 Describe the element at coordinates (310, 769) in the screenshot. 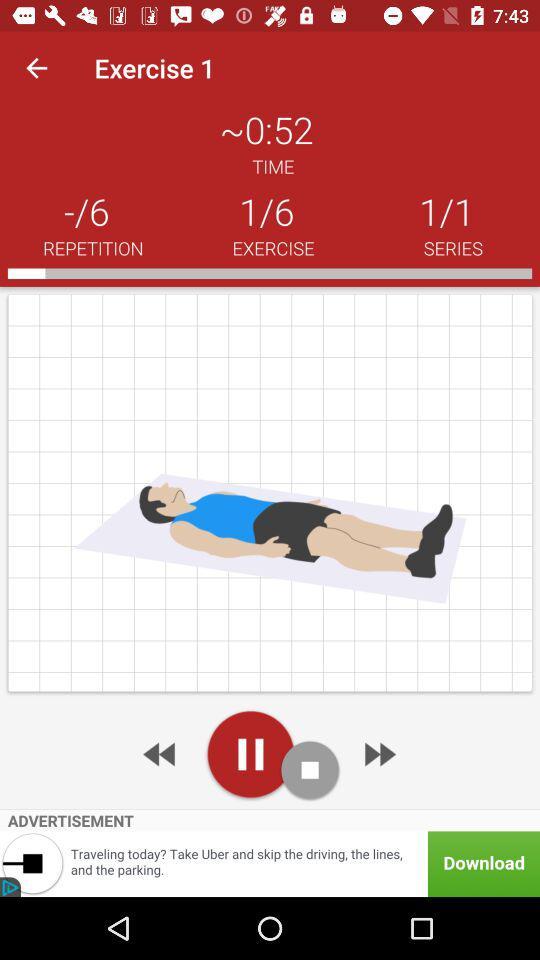

I see `stop the playback` at that location.